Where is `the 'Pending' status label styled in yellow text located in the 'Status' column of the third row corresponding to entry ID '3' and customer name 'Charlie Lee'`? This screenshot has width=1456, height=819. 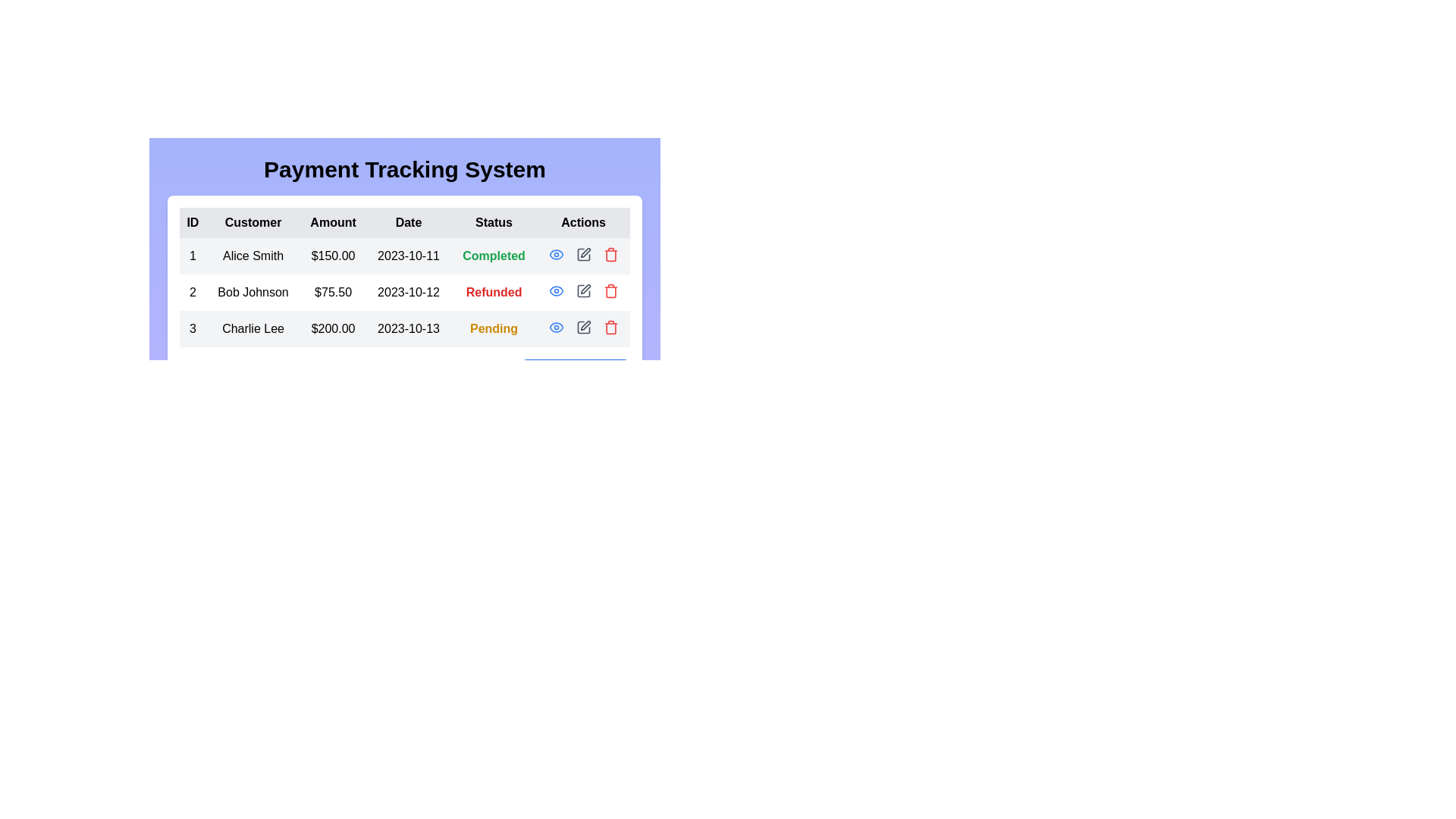
the 'Pending' status label styled in yellow text located in the 'Status' column of the third row corresponding to entry ID '3' and customer name 'Charlie Lee' is located at coordinates (494, 328).